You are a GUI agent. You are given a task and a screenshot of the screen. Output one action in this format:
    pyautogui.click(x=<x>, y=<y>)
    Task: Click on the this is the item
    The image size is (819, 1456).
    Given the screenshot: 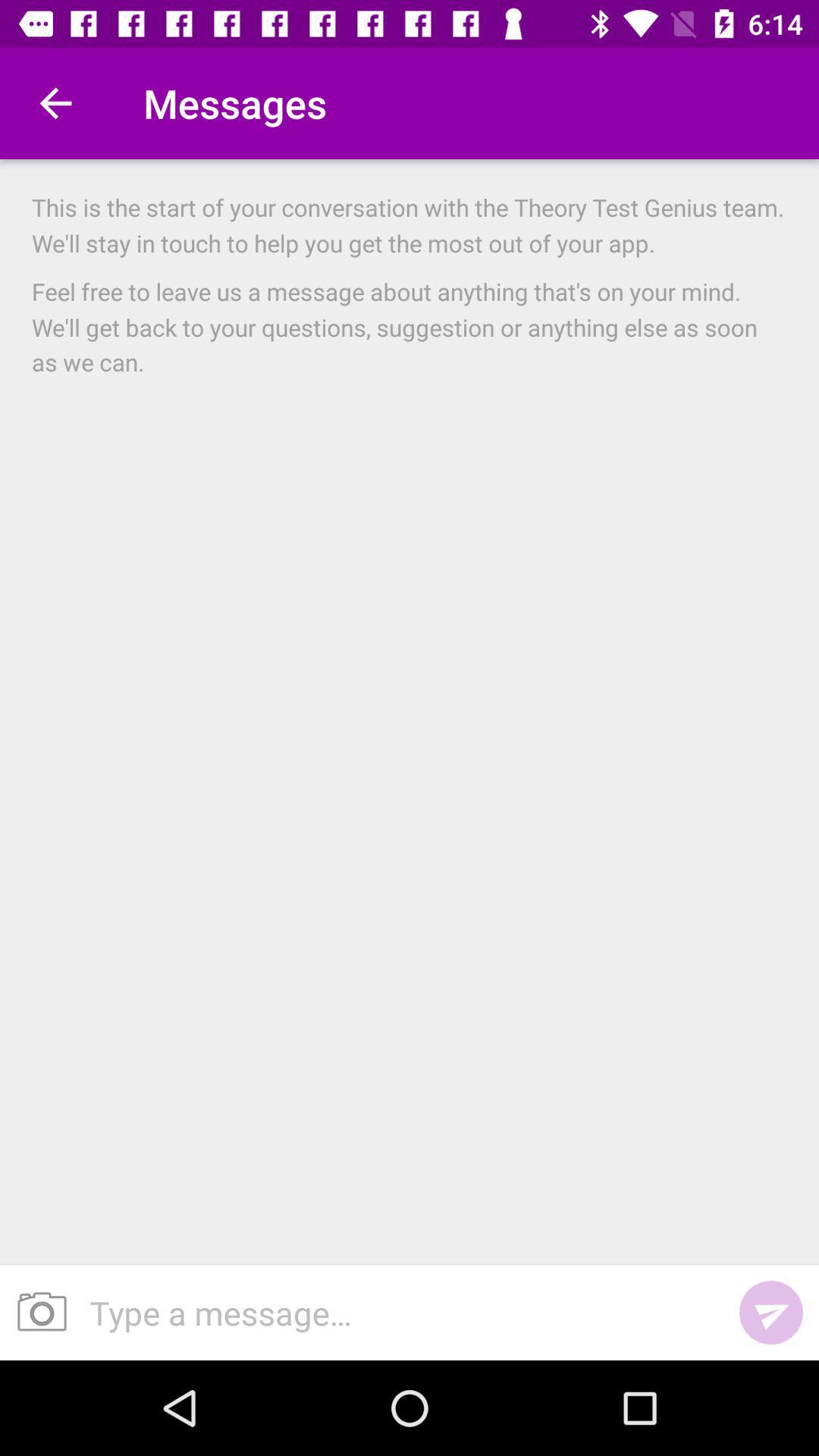 What is the action you would take?
    pyautogui.click(x=409, y=224)
    